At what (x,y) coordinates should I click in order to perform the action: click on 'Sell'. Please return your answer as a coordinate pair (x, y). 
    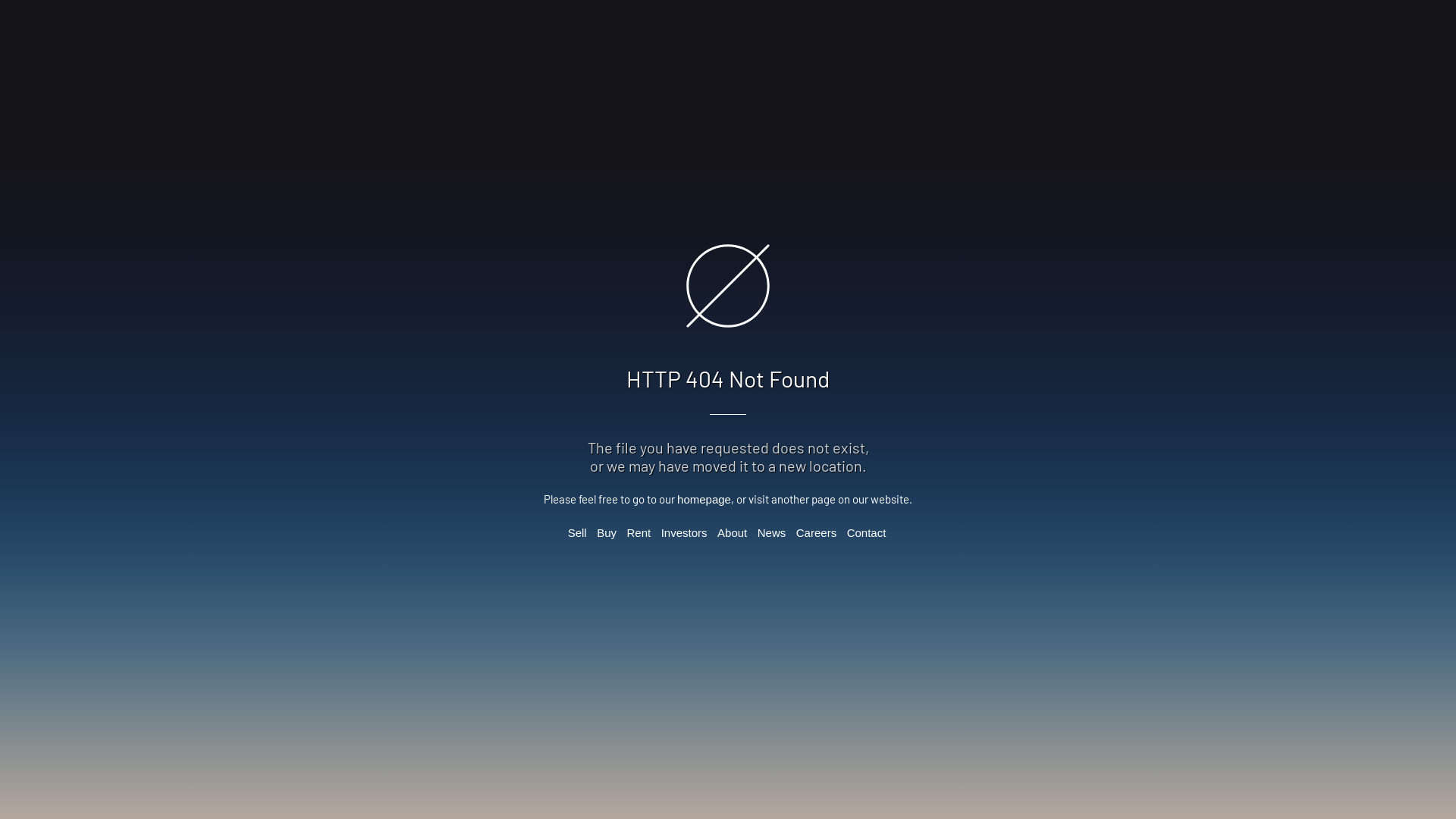
    Looking at the image, I should click on (576, 532).